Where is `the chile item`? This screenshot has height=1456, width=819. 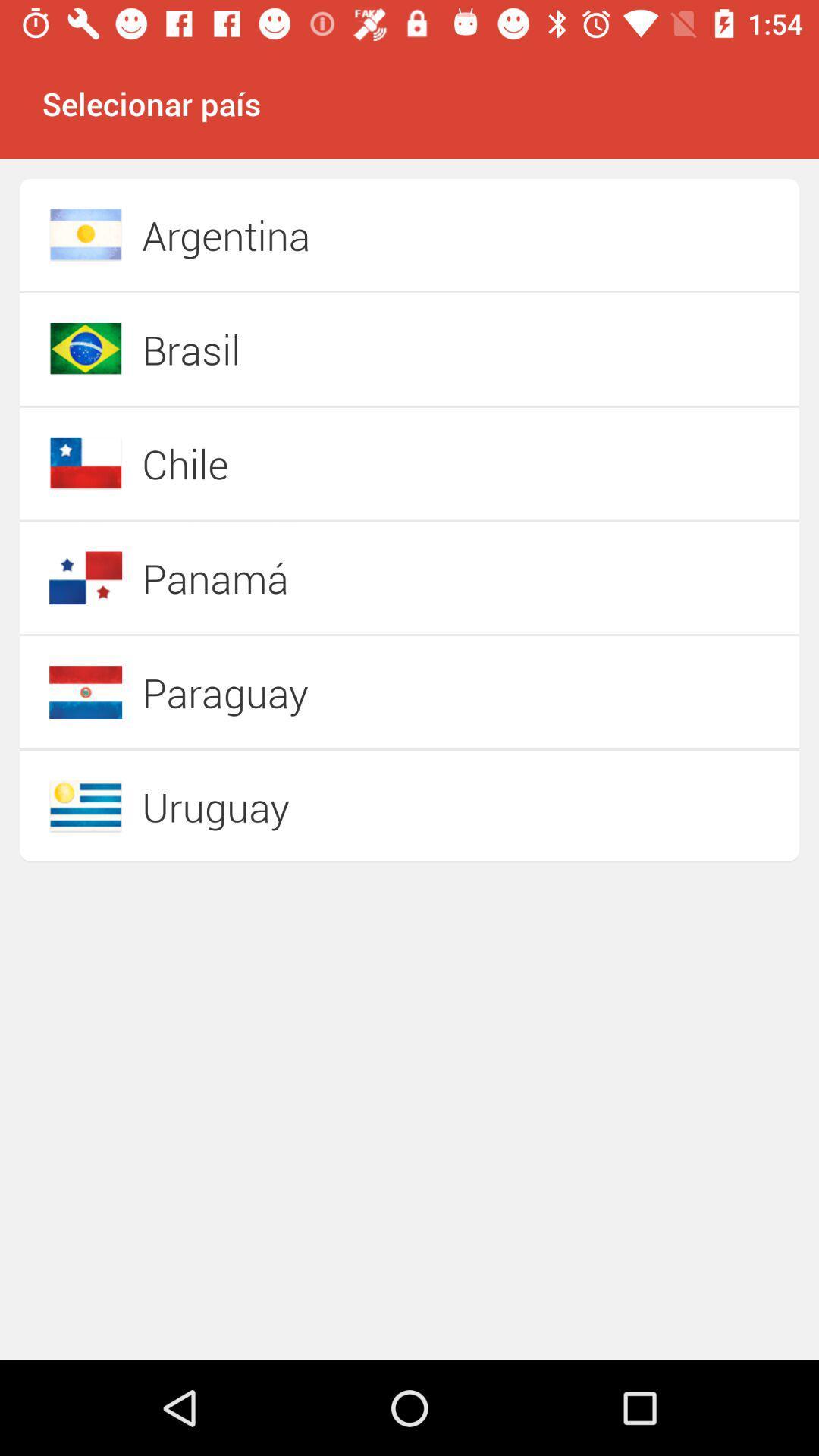
the chile item is located at coordinates (356, 463).